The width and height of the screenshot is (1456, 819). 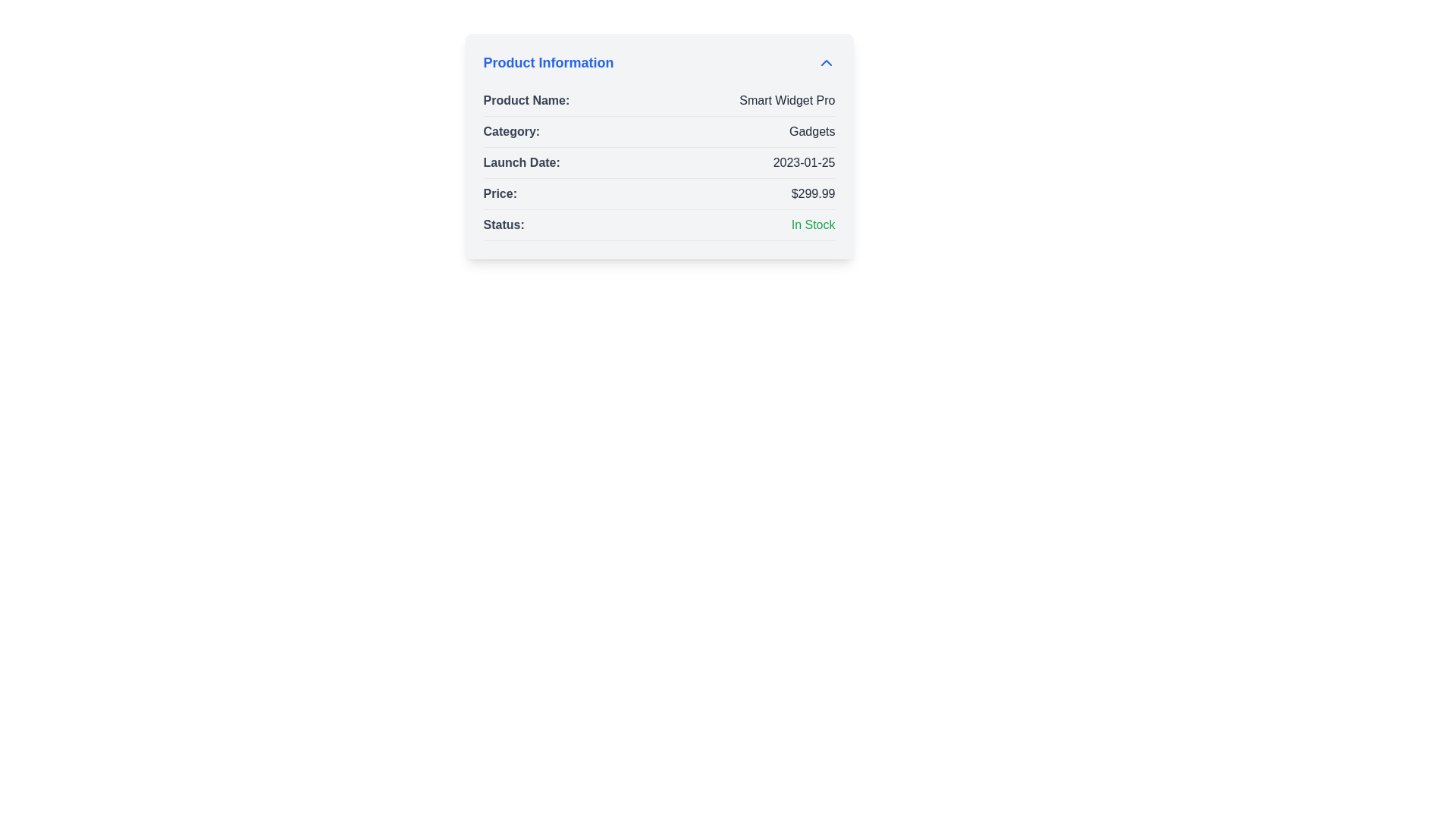 What do you see at coordinates (812, 193) in the screenshot?
I see `the static price display text label located to the right of 'Price:' in the fourth row of the Product Information card` at bounding box center [812, 193].